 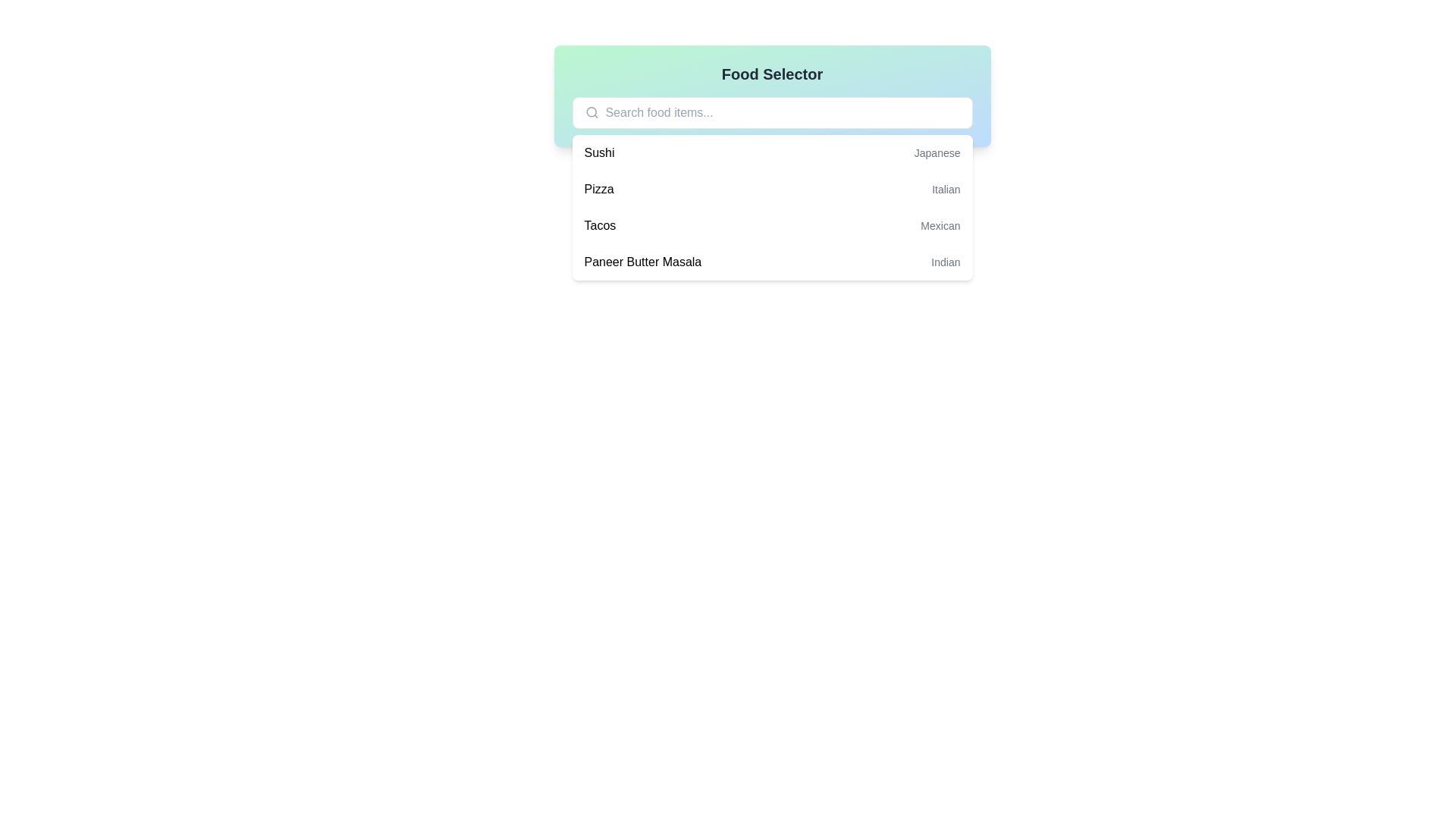 I want to click on the third list item in the dropdown menu that displays 'Tacos' in bold on the left and 'Mexican' in smaller gray font on the right, so click(x=772, y=225).